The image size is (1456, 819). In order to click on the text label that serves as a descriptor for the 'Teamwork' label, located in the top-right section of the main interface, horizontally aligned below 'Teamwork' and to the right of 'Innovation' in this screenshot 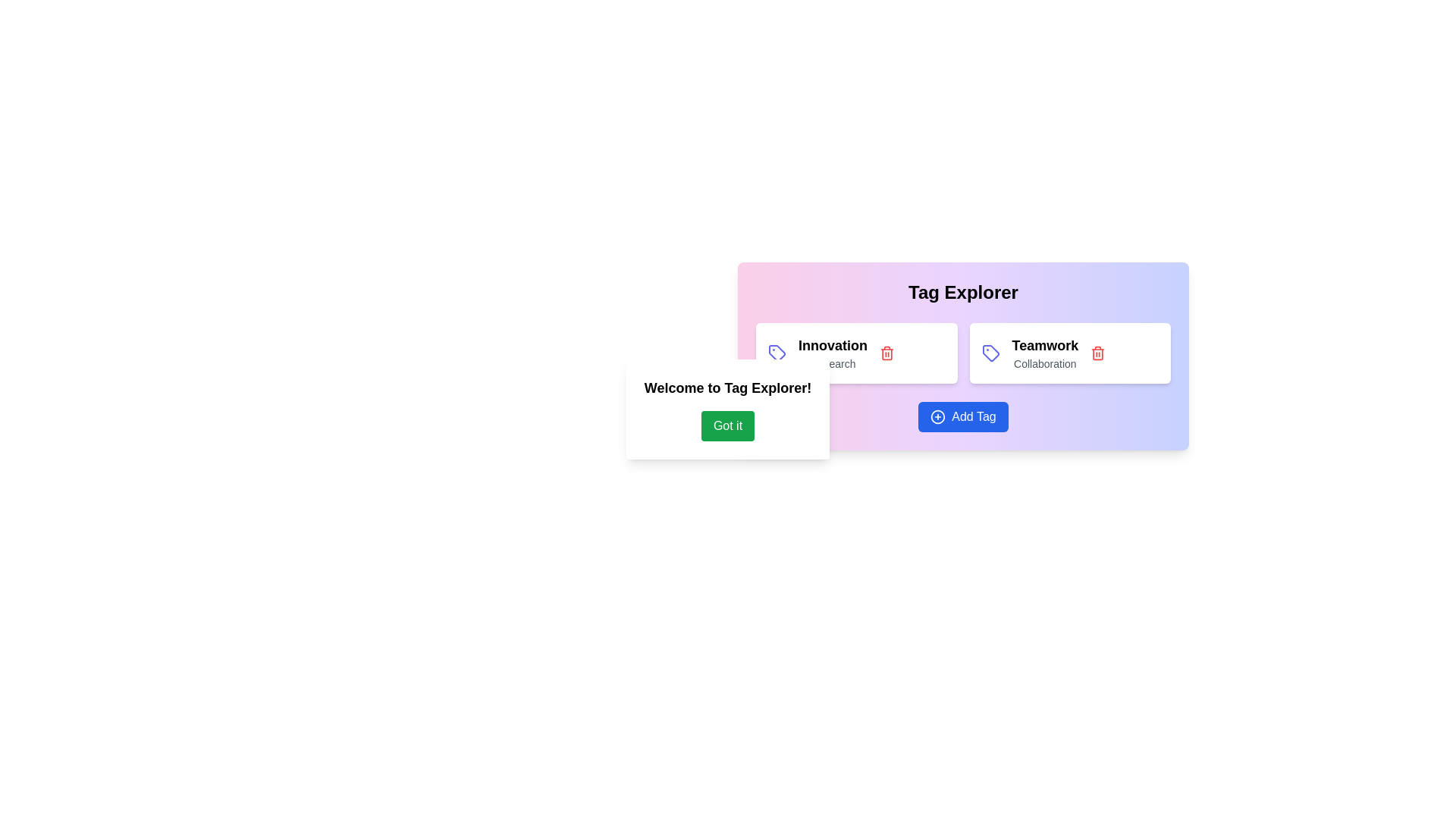, I will do `click(1044, 363)`.